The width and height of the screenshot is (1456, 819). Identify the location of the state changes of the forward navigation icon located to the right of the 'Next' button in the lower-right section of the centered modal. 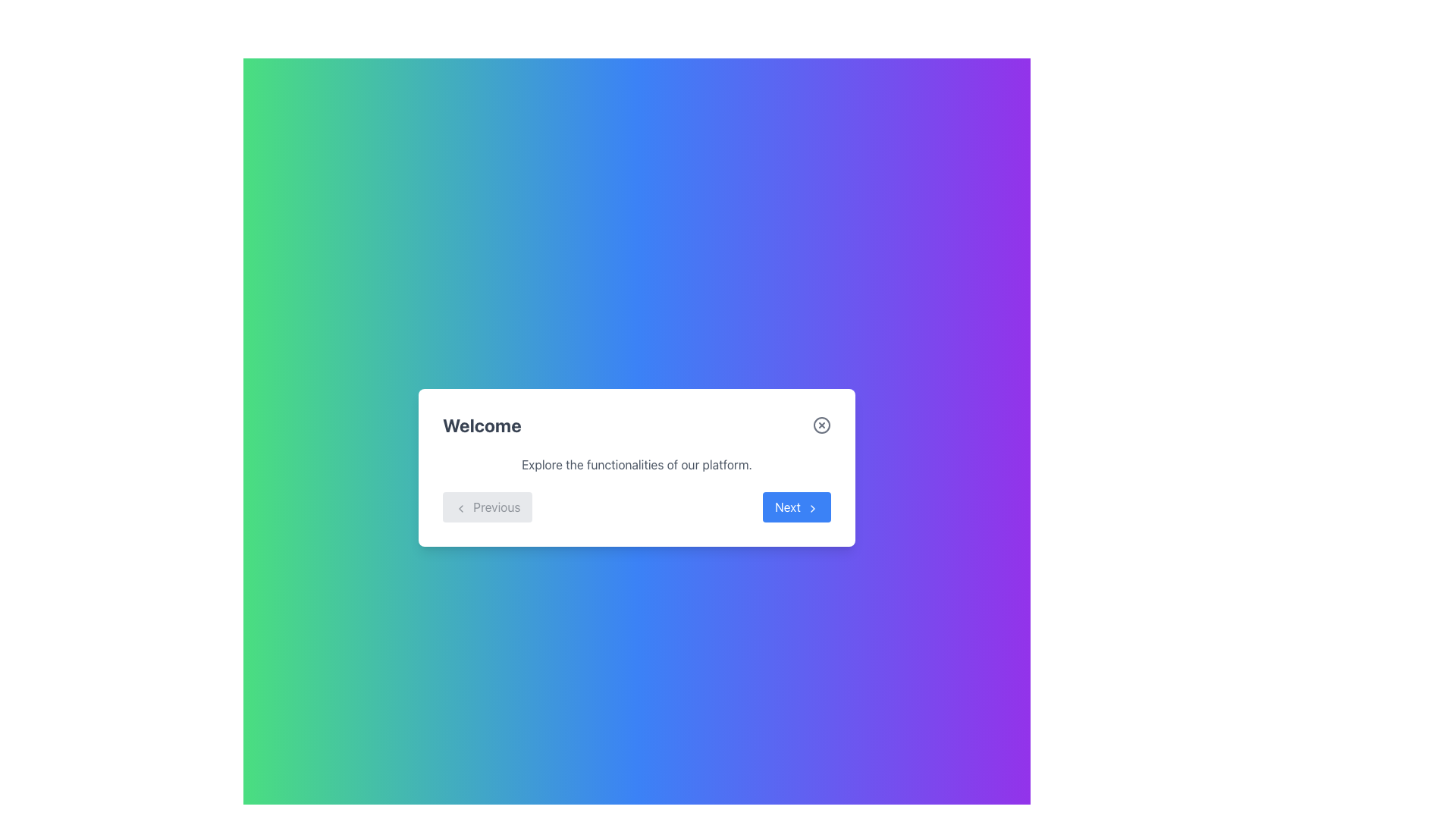
(811, 508).